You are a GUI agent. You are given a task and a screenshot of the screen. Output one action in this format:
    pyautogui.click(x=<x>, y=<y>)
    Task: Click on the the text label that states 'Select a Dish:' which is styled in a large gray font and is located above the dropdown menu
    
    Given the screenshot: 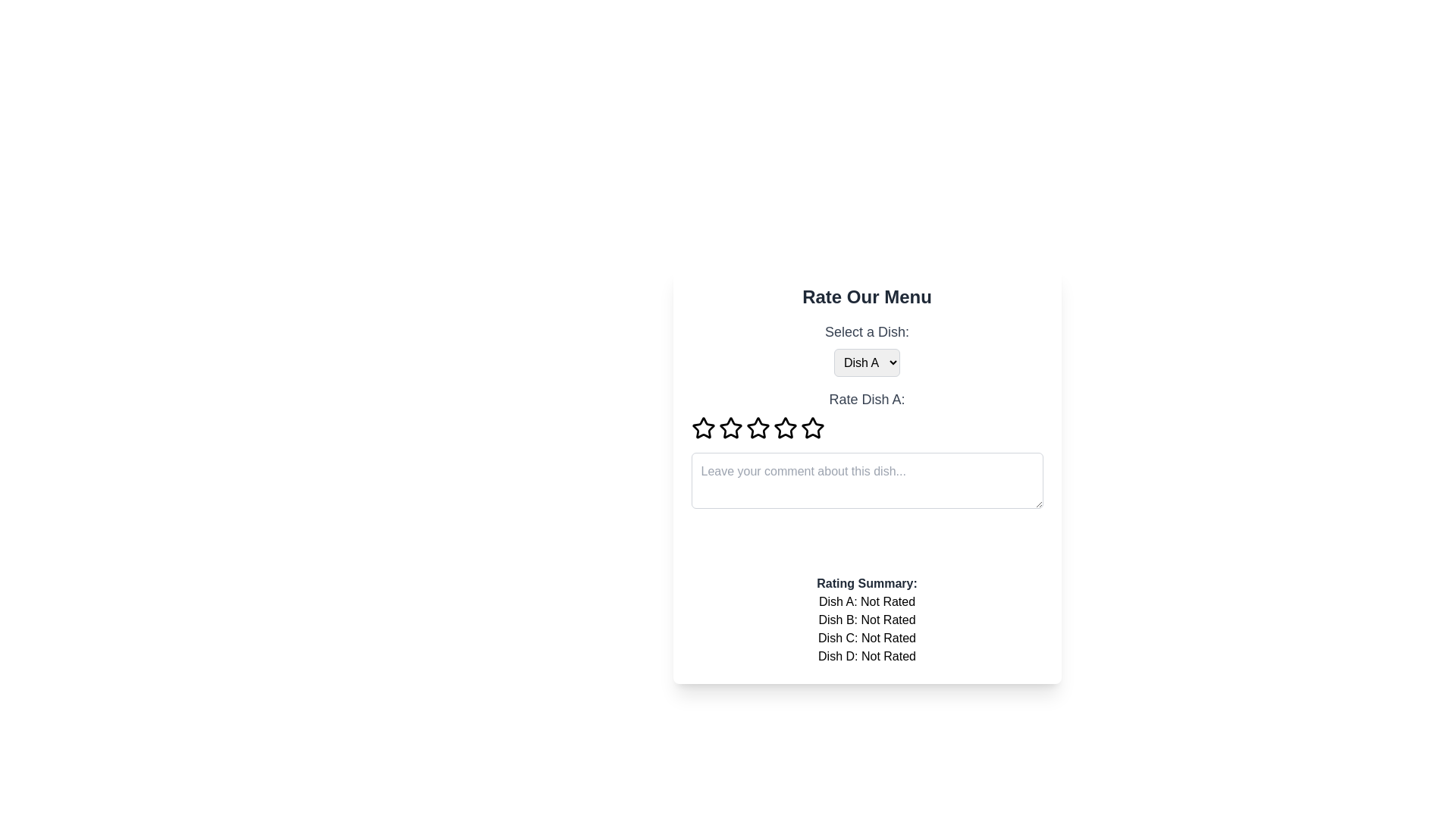 What is the action you would take?
    pyautogui.click(x=867, y=331)
    